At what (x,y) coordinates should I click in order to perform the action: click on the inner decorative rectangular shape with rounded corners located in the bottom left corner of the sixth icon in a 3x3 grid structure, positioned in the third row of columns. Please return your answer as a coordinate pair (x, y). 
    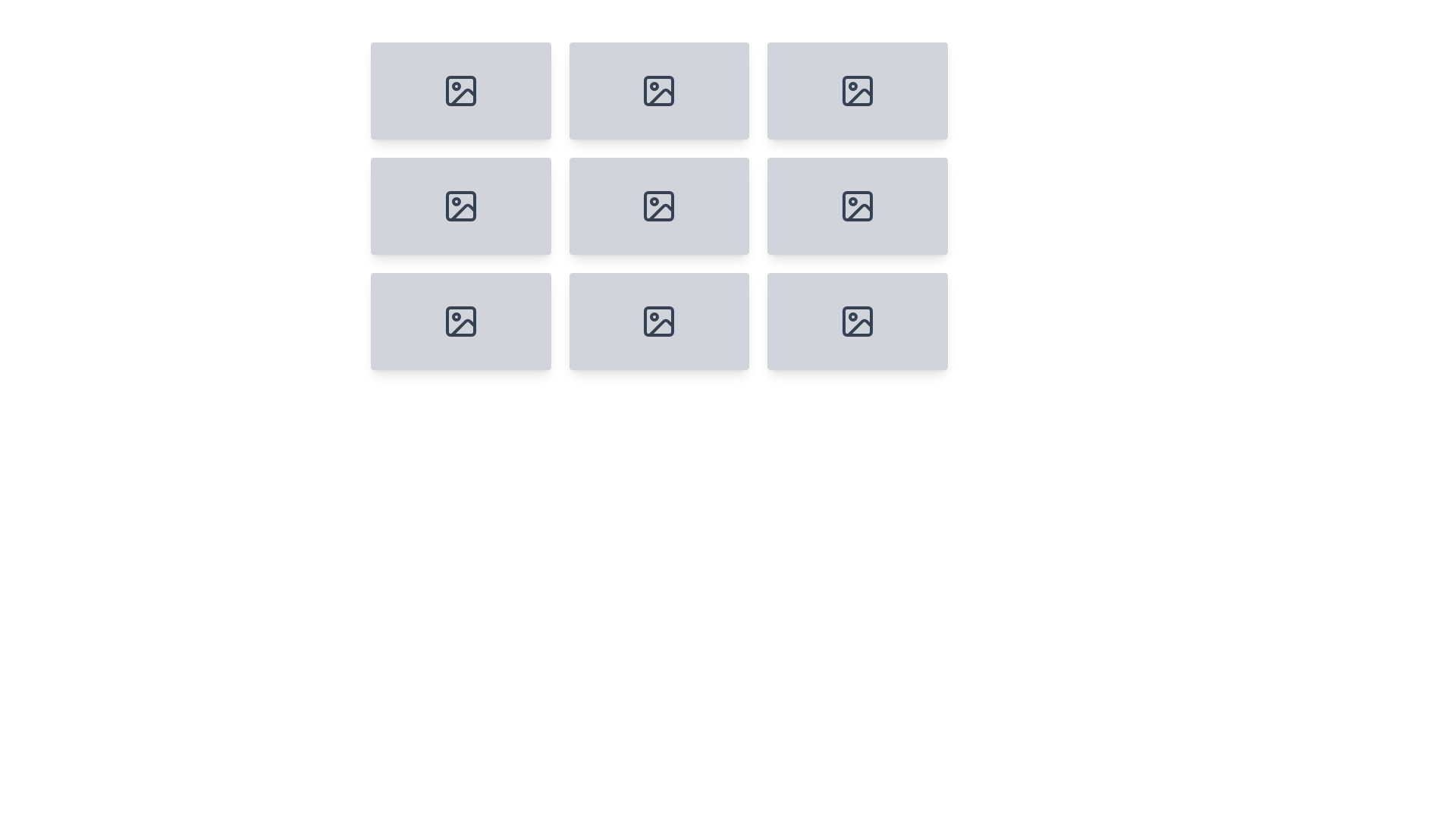
    Looking at the image, I should click on (460, 321).